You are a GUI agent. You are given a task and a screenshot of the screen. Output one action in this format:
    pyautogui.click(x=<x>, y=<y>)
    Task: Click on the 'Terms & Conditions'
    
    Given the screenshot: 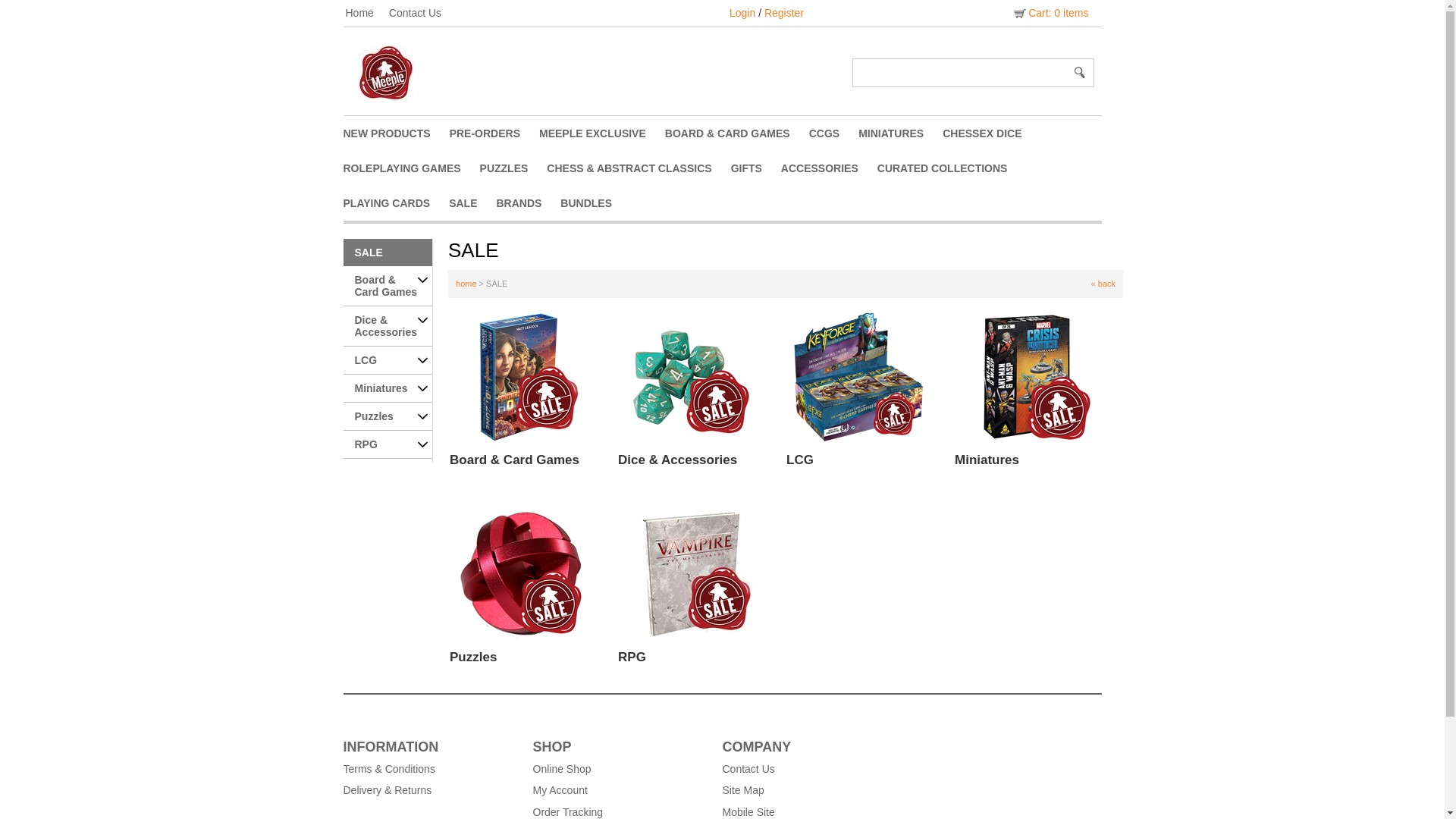 What is the action you would take?
    pyautogui.click(x=428, y=769)
    